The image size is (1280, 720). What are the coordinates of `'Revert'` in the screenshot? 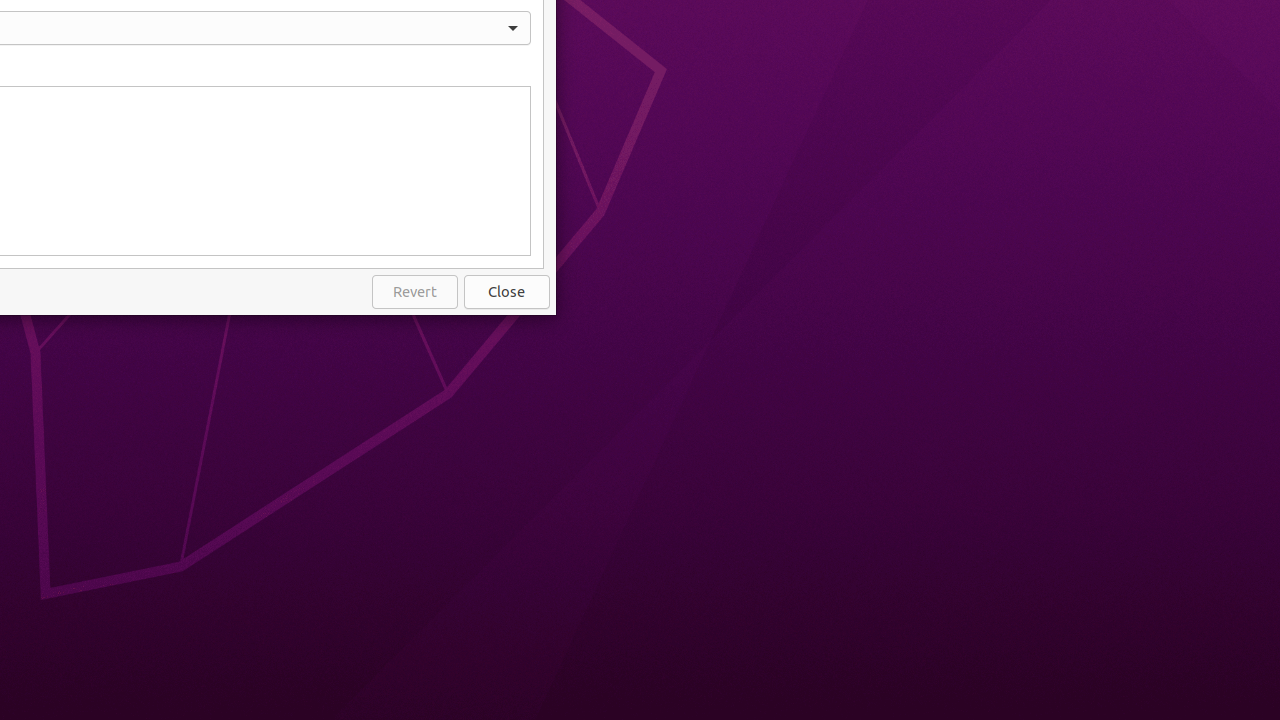 It's located at (413, 292).